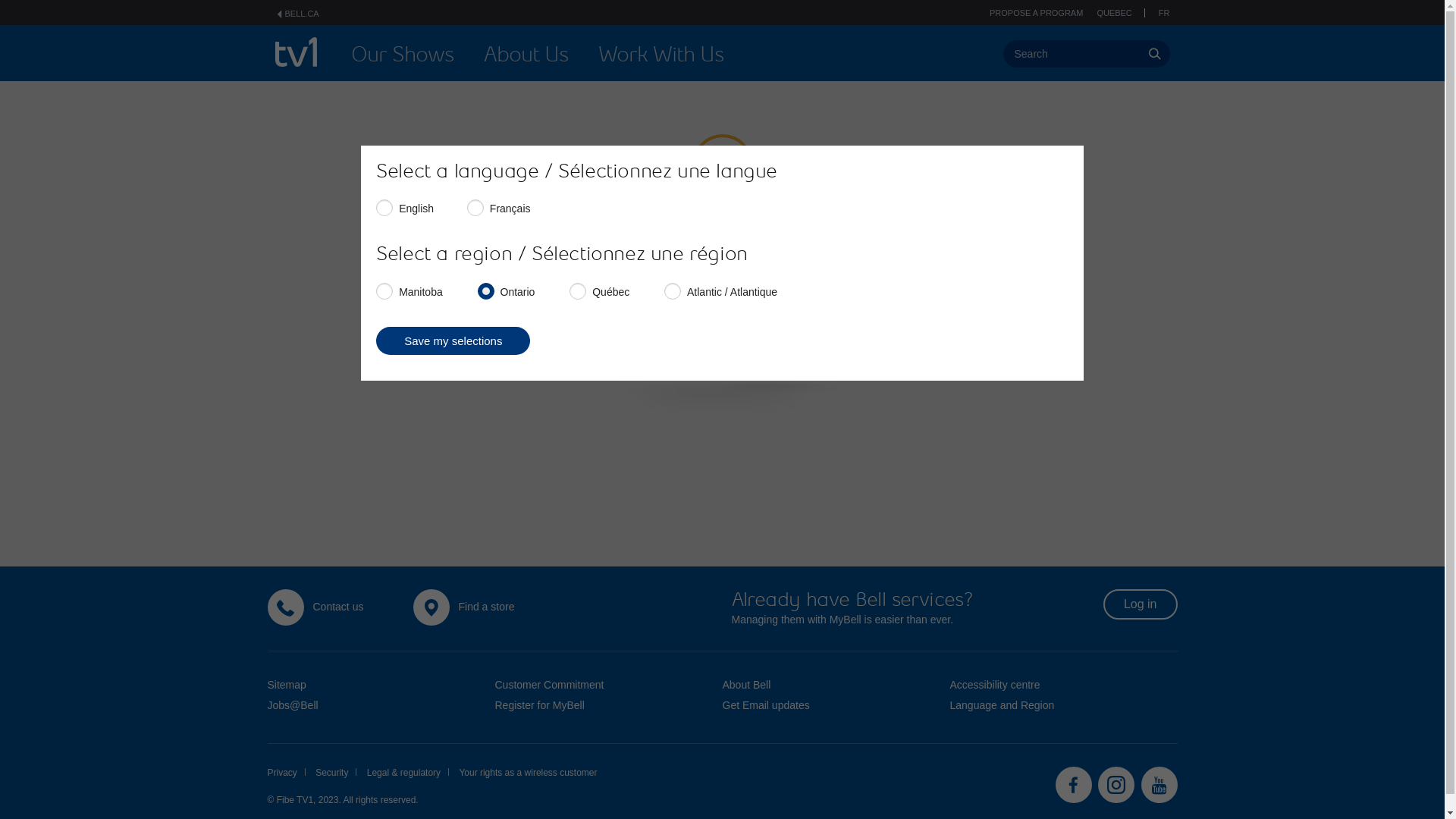  Describe the element at coordinates (538, 704) in the screenshot. I see `'Register for MyBell'` at that location.